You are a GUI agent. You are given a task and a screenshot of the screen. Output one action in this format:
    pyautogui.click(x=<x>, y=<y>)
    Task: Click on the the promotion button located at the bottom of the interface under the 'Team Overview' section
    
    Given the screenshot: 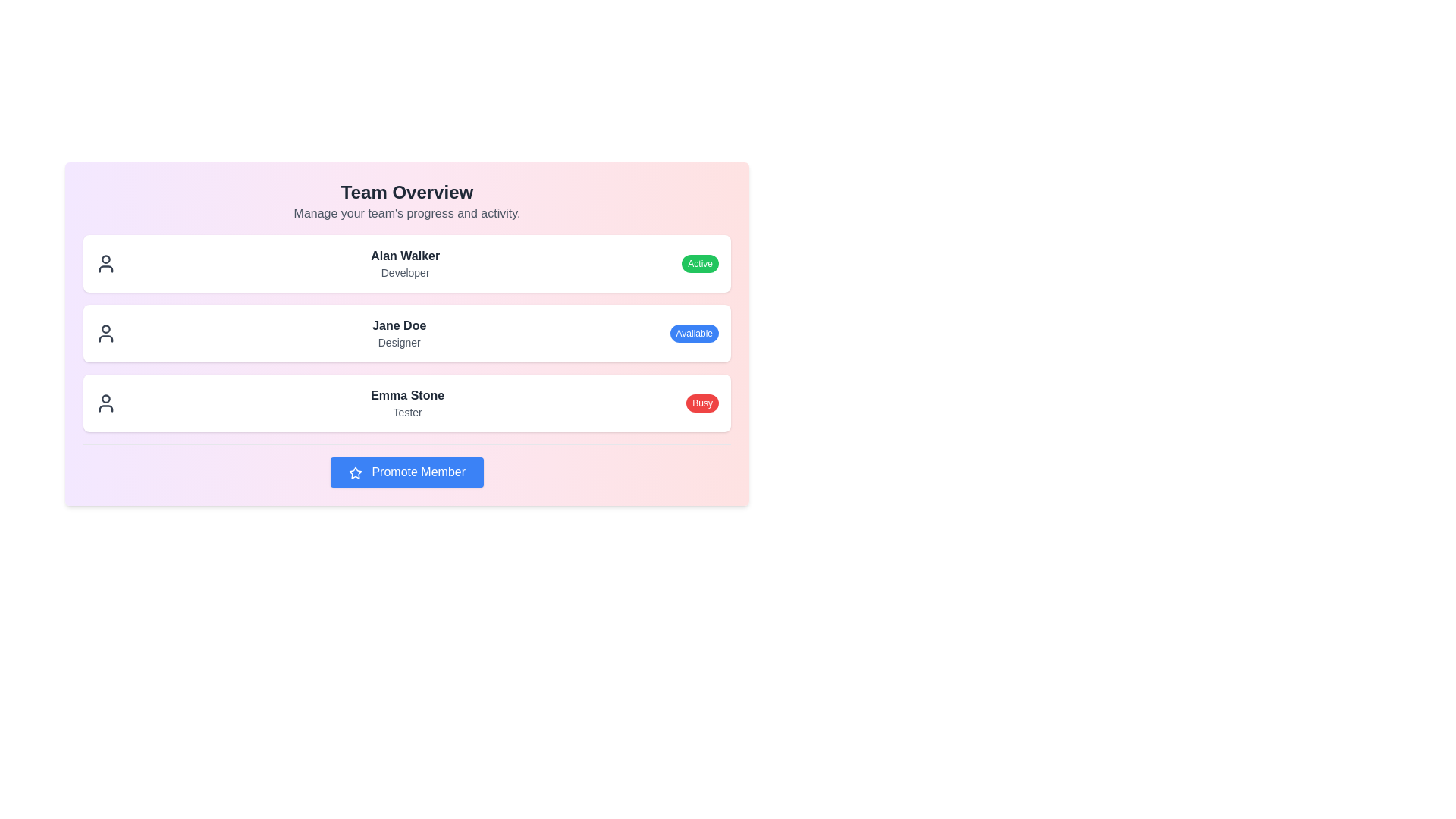 What is the action you would take?
    pyautogui.click(x=407, y=472)
    